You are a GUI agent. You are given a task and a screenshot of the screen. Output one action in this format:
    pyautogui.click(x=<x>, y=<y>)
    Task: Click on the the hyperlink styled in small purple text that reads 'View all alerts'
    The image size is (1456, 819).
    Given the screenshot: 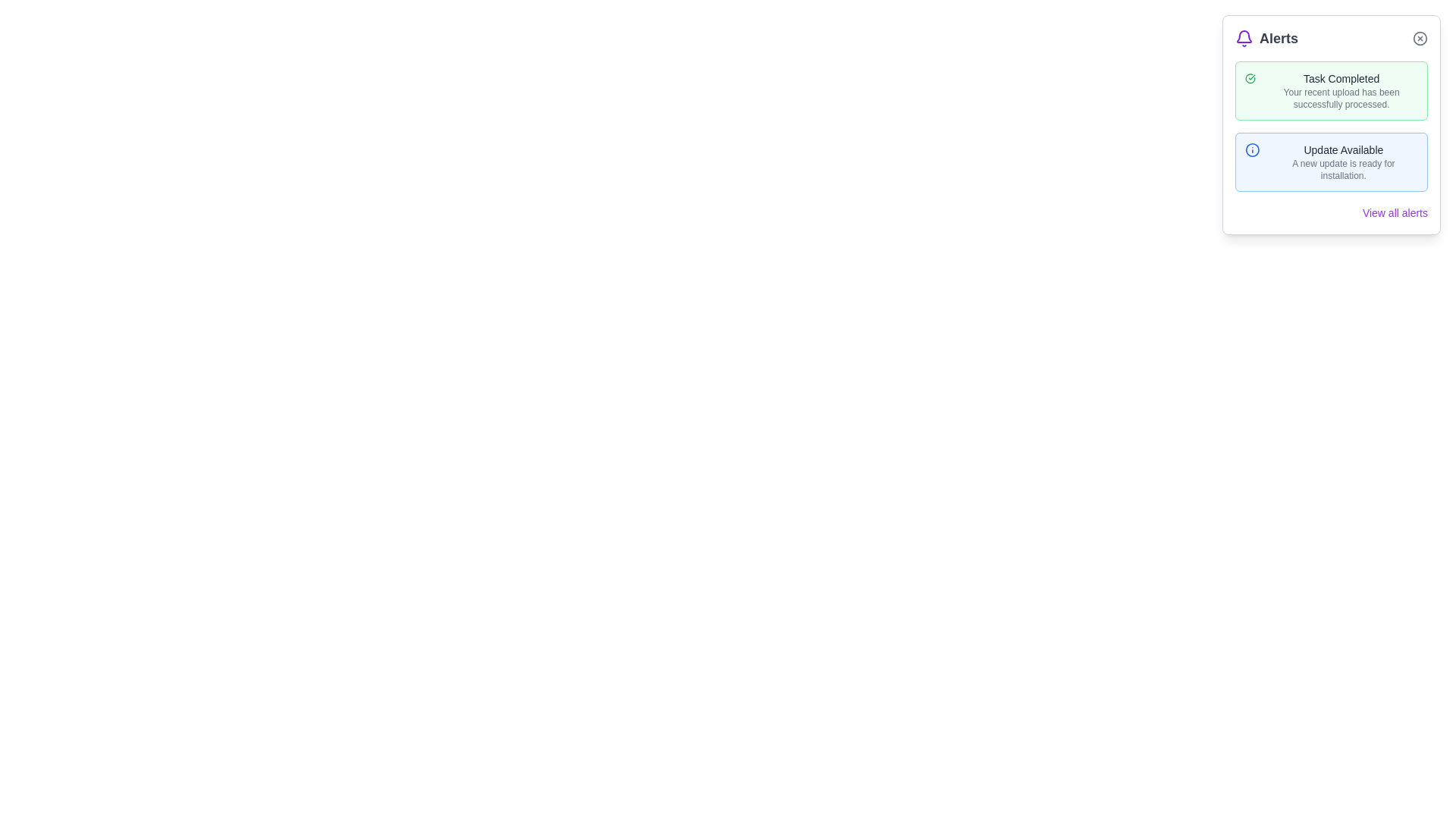 What is the action you would take?
    pyautogui.click(x=1395, y=213)
    